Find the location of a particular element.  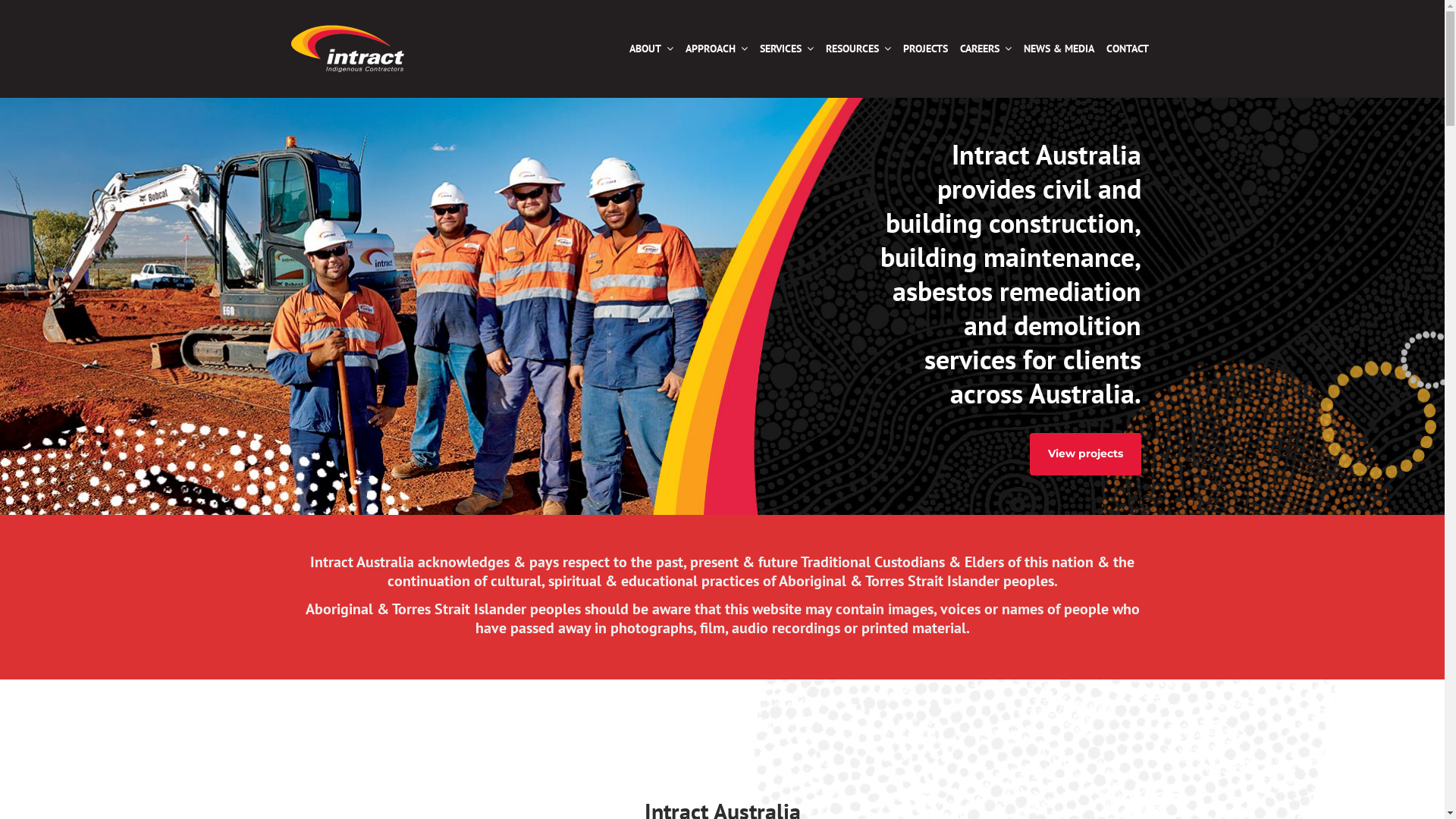

'View projects' is located at coordinates (1084, 453).